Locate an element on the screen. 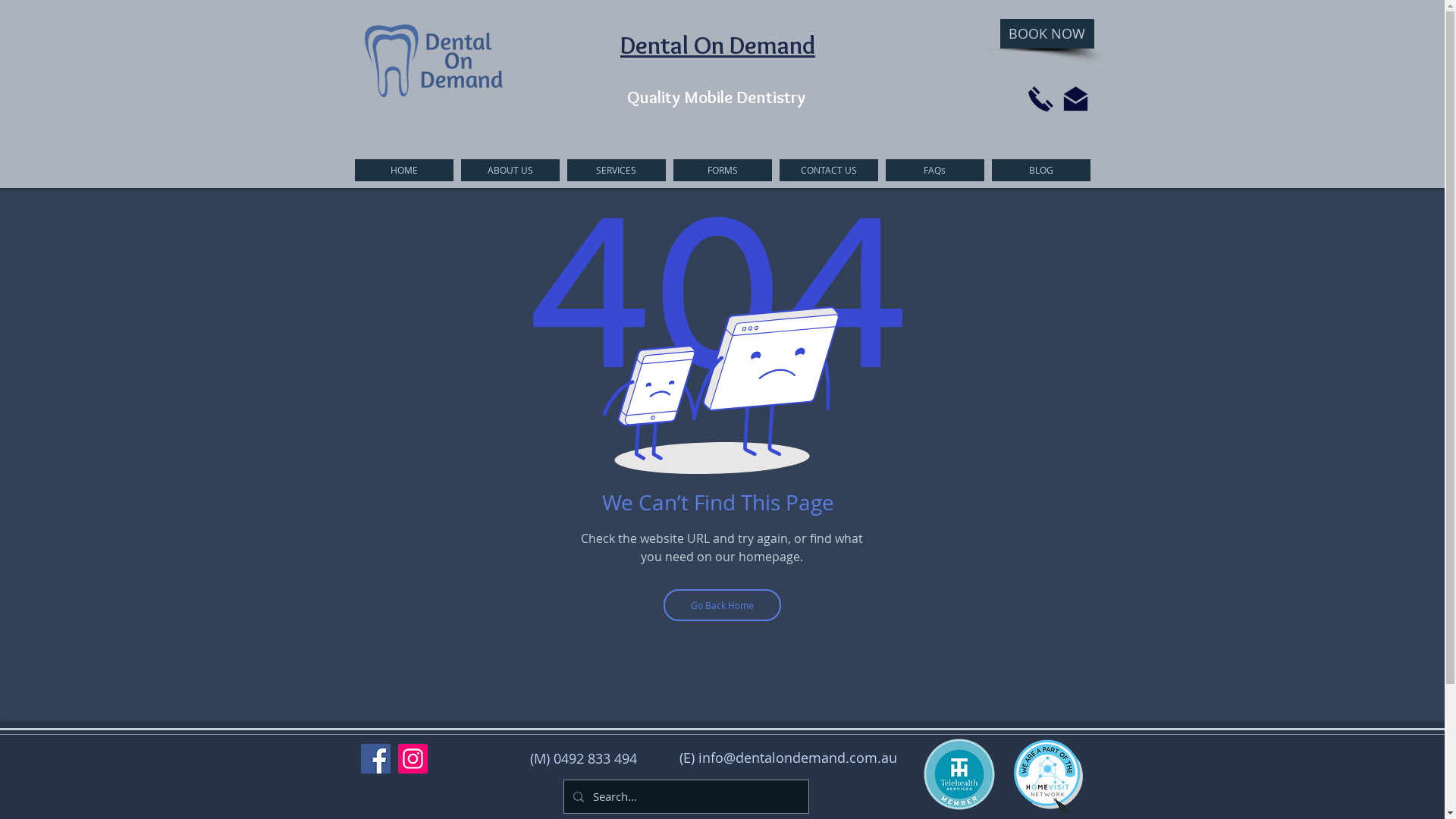  'Go Back Home' is located at coordinates (720, 604).